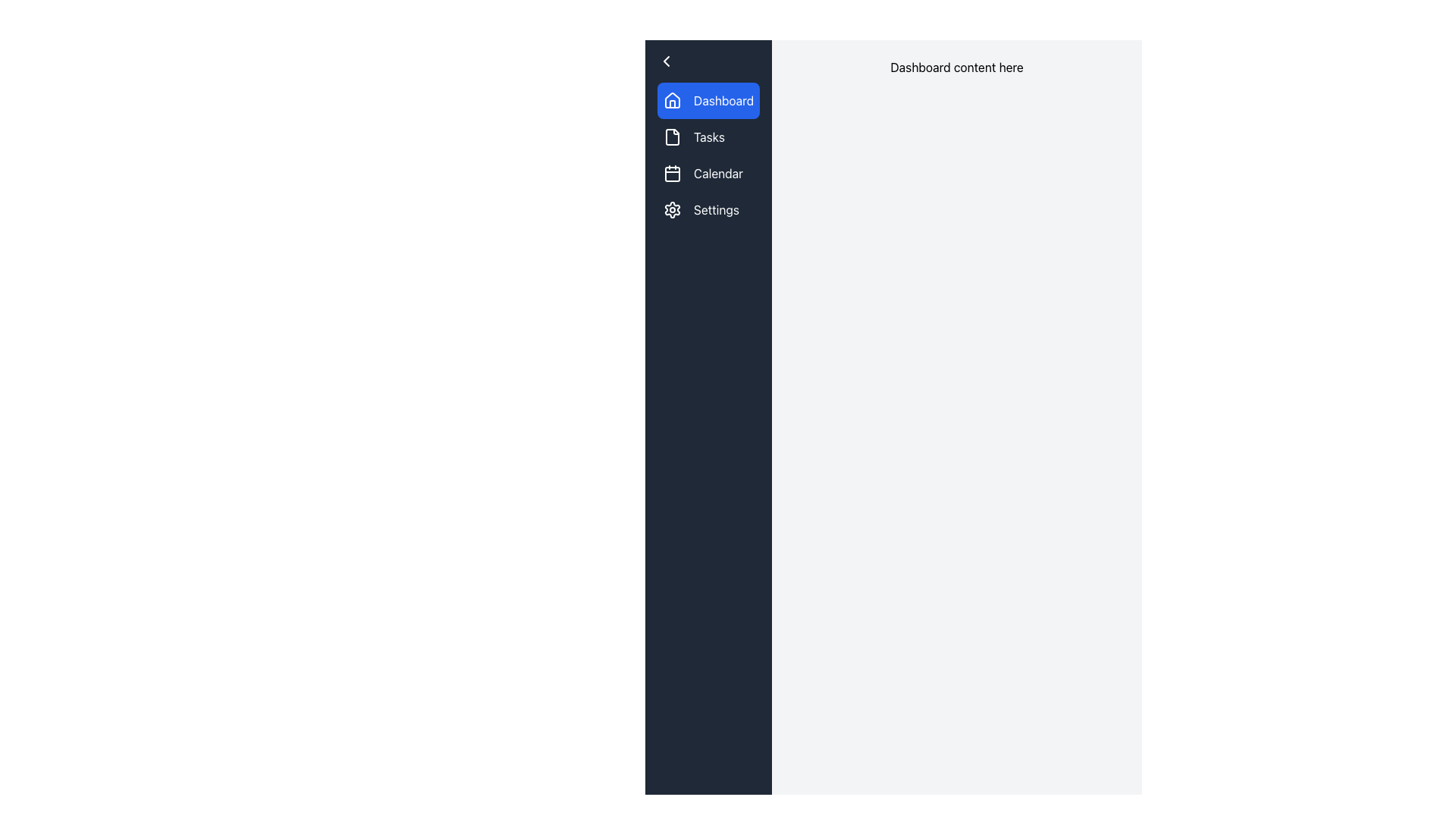  Describe the element at coordinates (956, 66) in the screenshot. I see `the text label displaying 'Dashboard content here', which is bold and centered near the top-center of the main content section` at that location.